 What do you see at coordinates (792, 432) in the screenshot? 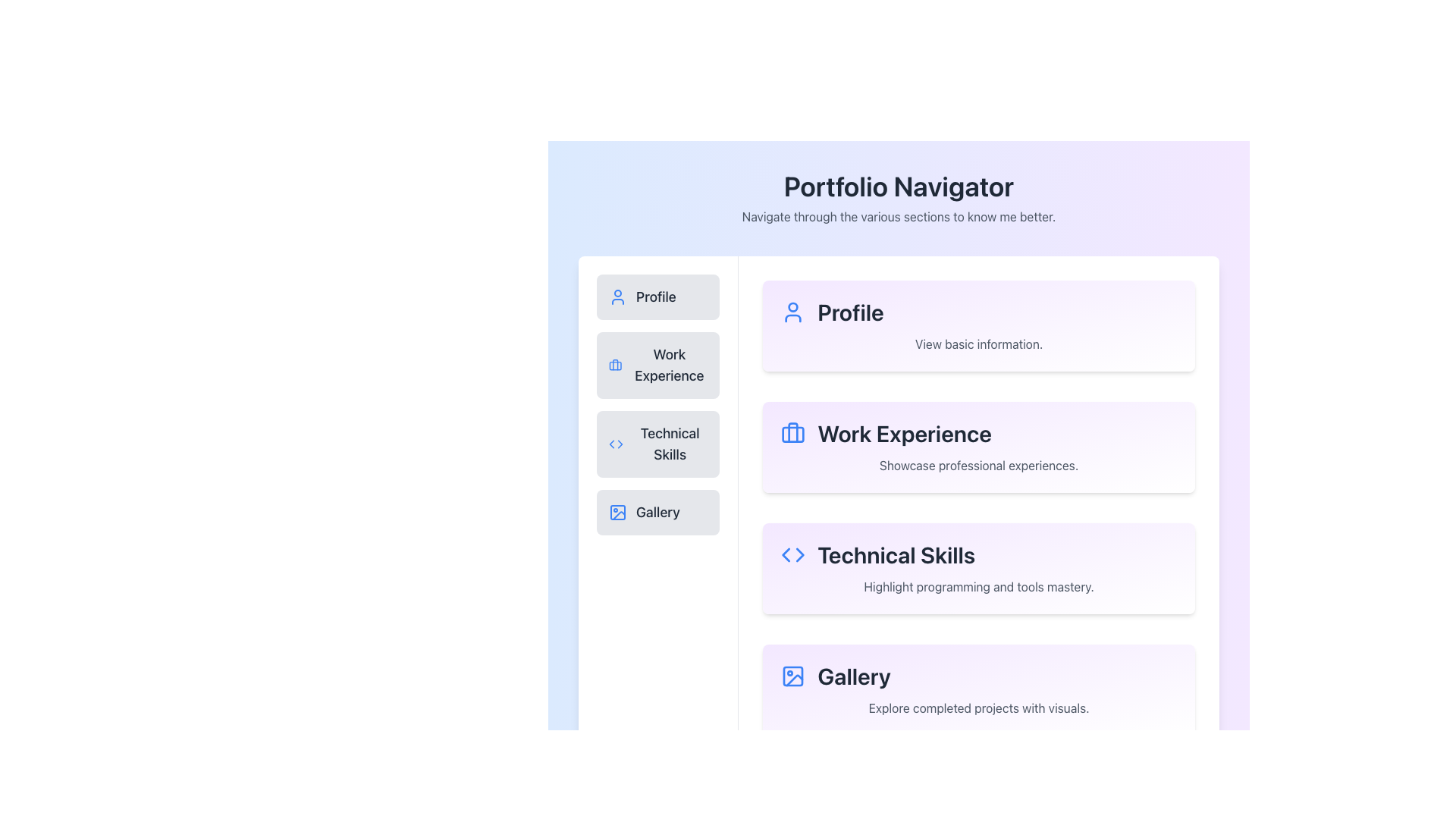
I see `the vertical line handle within the briefcase icon located in the second position of the vertical navigation menu adjacent to the 'Profile' and 'Technical Skills' items` at bounding box center [792, 432].